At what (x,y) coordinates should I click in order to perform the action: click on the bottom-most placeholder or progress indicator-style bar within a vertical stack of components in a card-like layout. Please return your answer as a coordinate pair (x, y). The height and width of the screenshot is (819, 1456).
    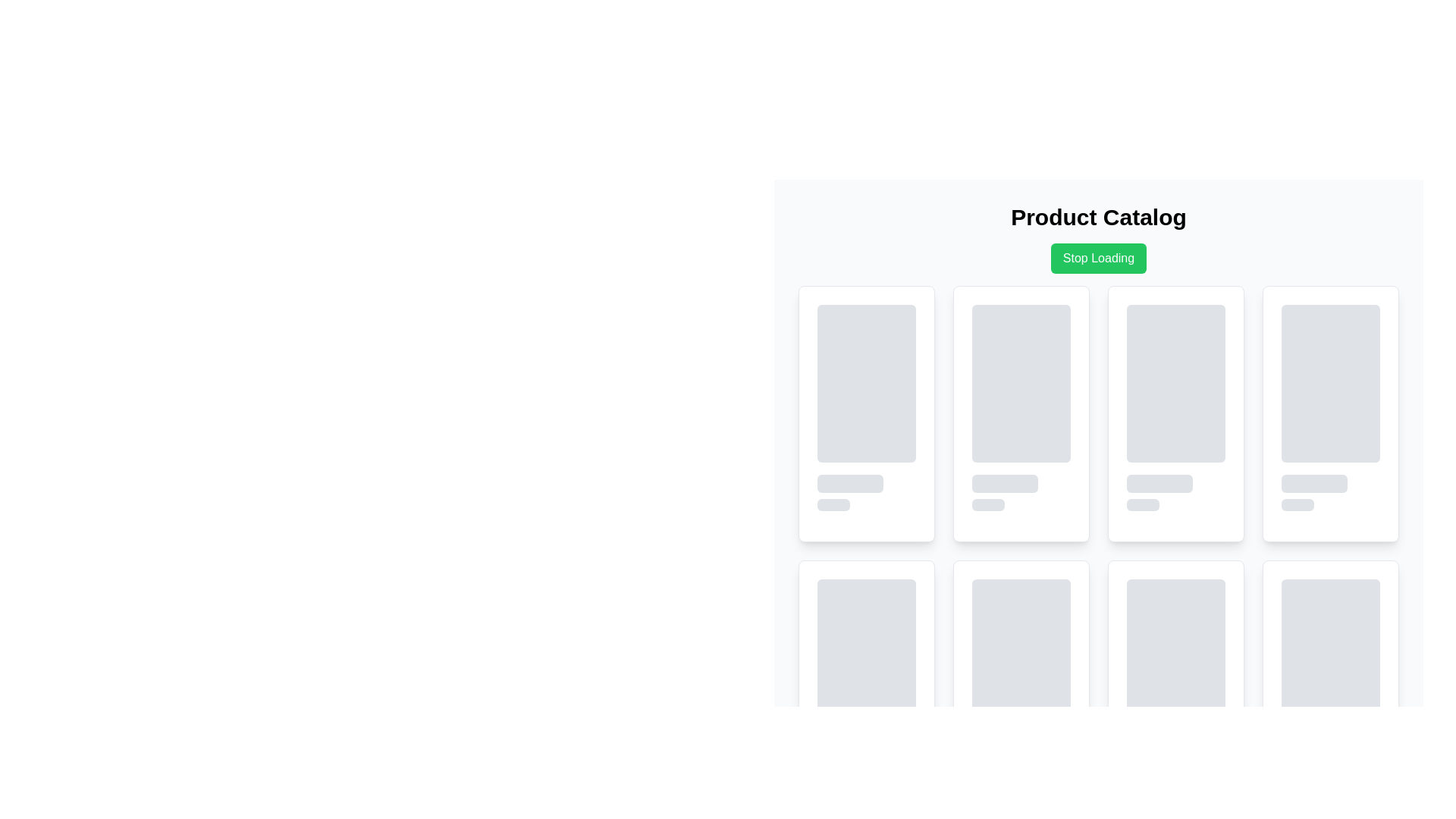
    Looking at the image, I should click on (833, 505).